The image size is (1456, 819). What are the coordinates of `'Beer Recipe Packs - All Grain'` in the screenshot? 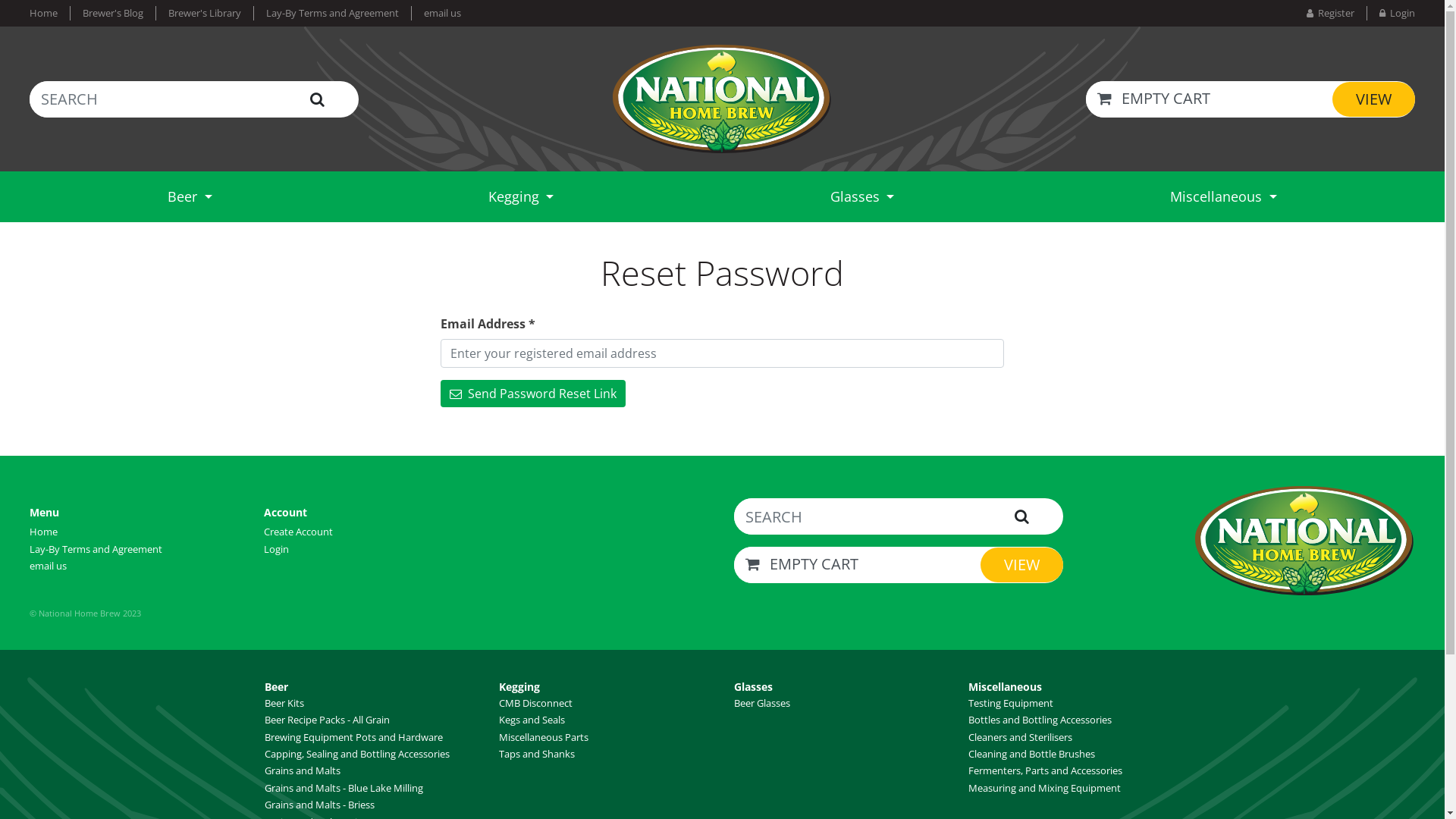 It's located at (326, 718).